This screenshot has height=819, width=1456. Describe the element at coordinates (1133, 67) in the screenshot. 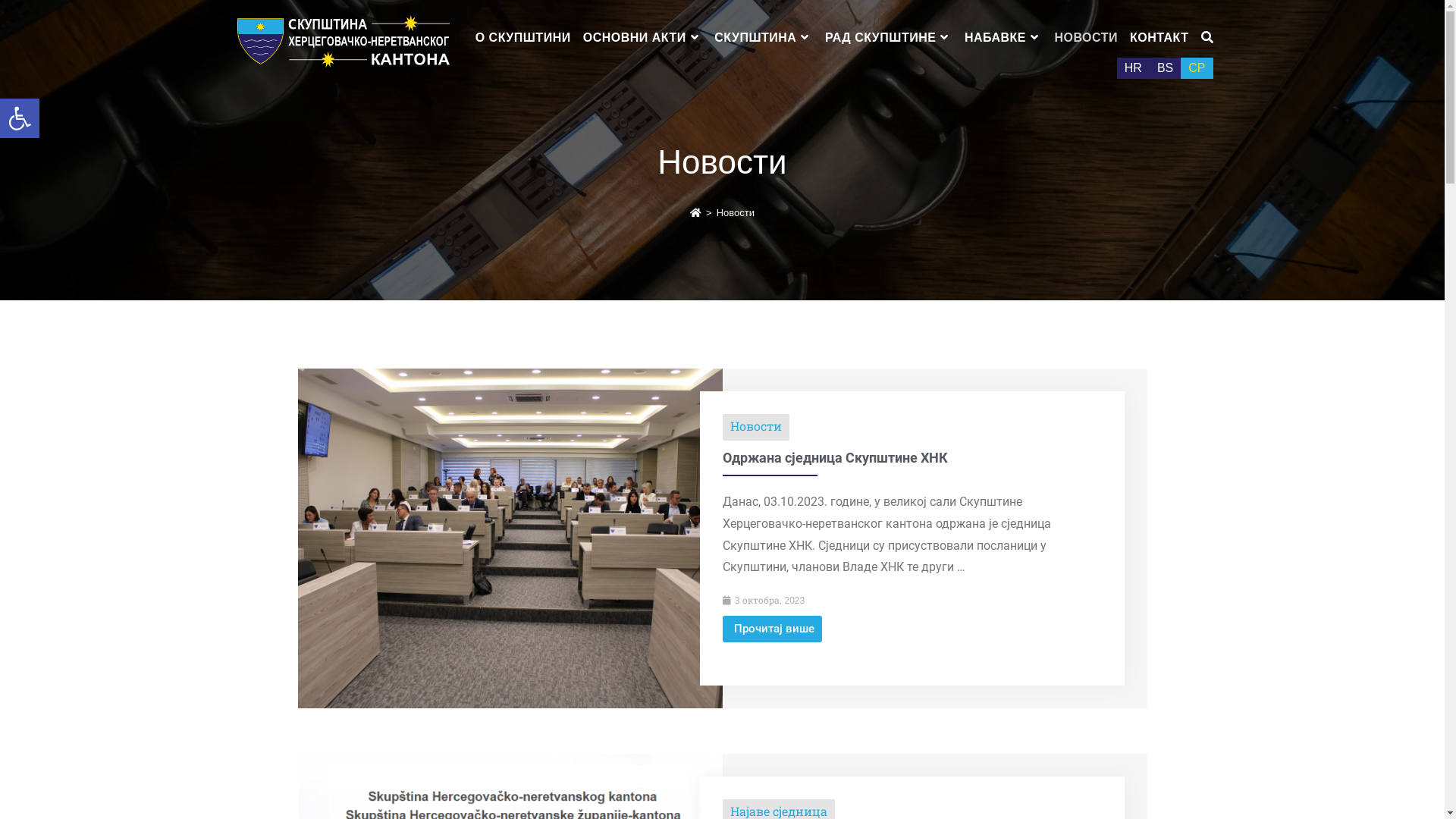

I see `'HR'` at that location.